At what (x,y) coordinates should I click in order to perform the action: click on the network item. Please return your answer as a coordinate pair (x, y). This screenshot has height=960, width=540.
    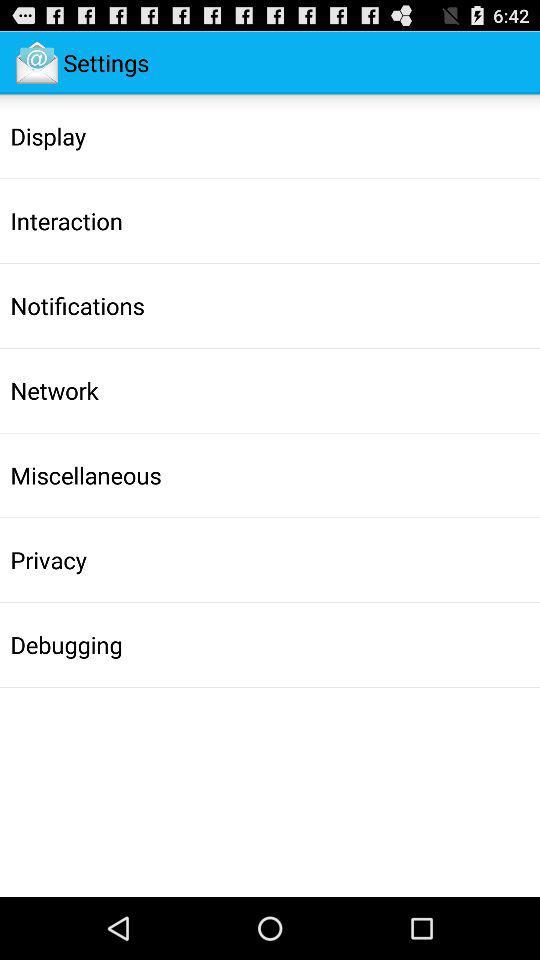
    Looking at the image, I should click on (54, 389).